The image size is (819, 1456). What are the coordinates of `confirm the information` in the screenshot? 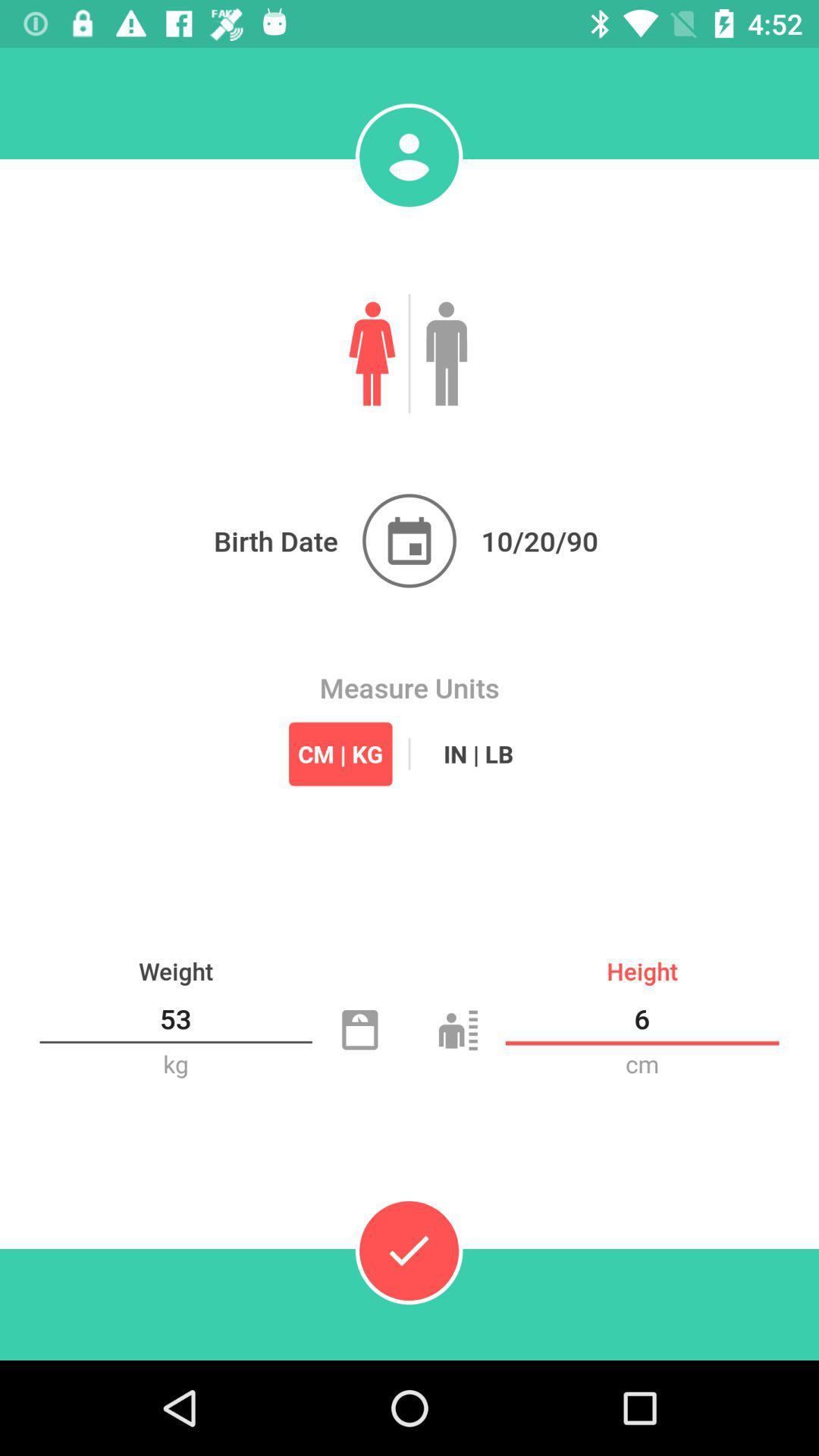 It's located at (408, 1250).